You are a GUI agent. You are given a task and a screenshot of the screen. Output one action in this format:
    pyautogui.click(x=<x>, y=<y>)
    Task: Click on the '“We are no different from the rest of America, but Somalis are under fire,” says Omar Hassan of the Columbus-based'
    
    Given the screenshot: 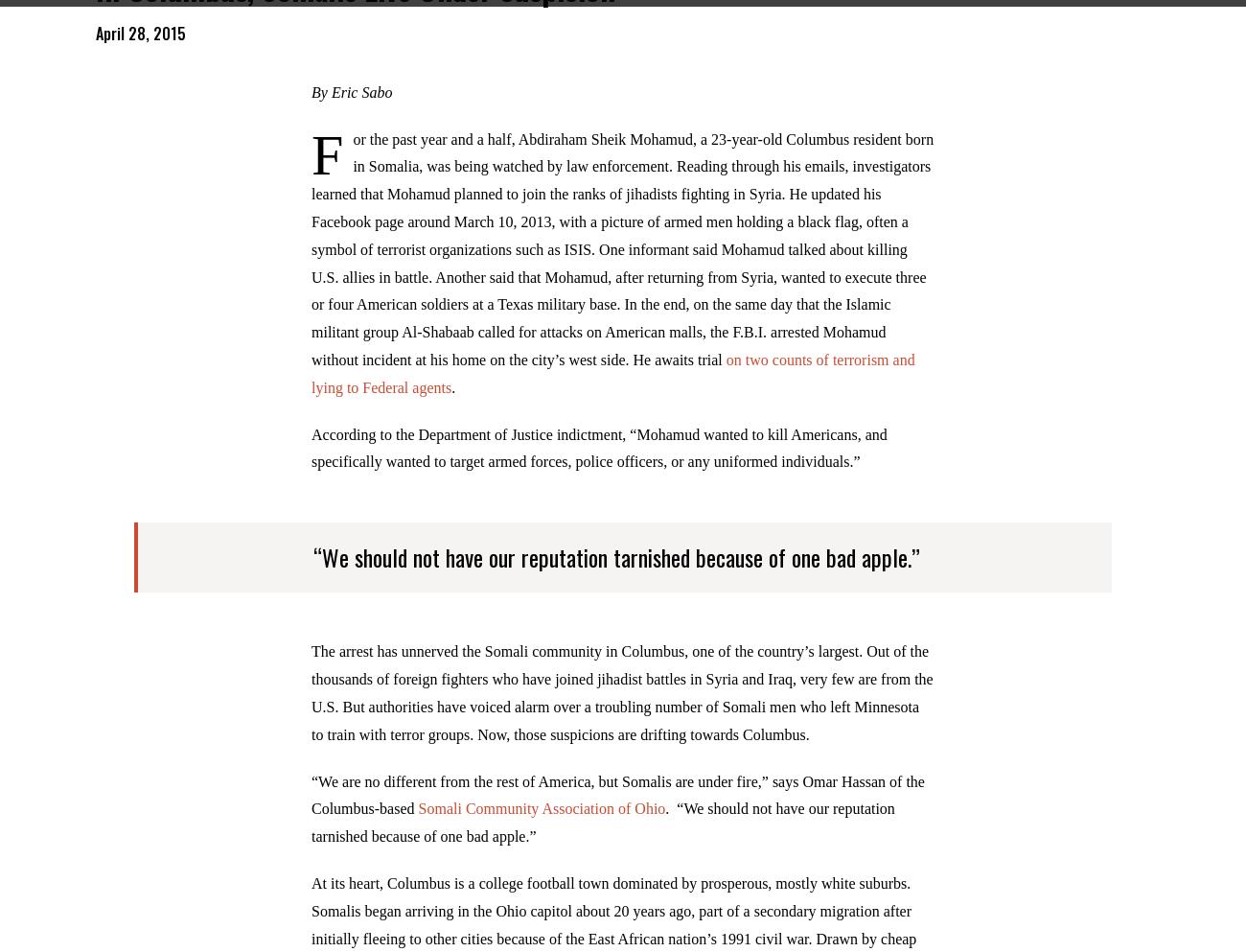 What is the action you would take?
    pyautogui.click(x=617, y=806)
    